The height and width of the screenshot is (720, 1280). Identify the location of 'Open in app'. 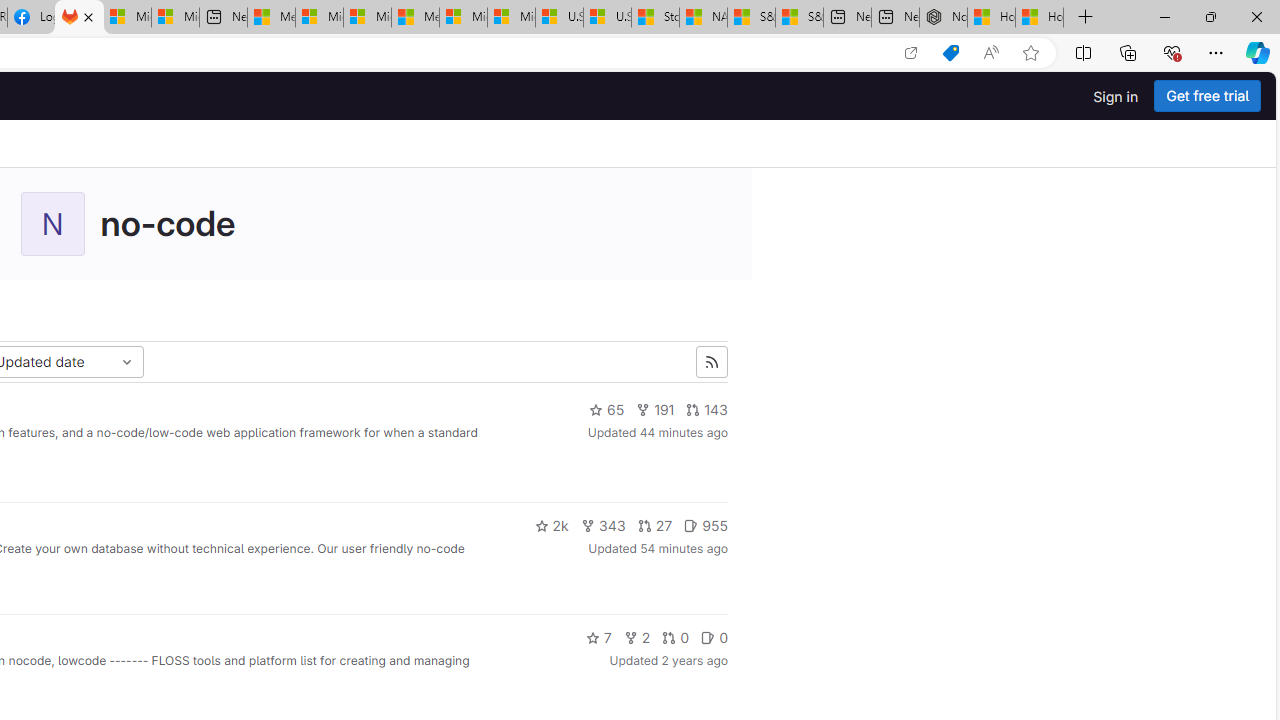
(909, 52).